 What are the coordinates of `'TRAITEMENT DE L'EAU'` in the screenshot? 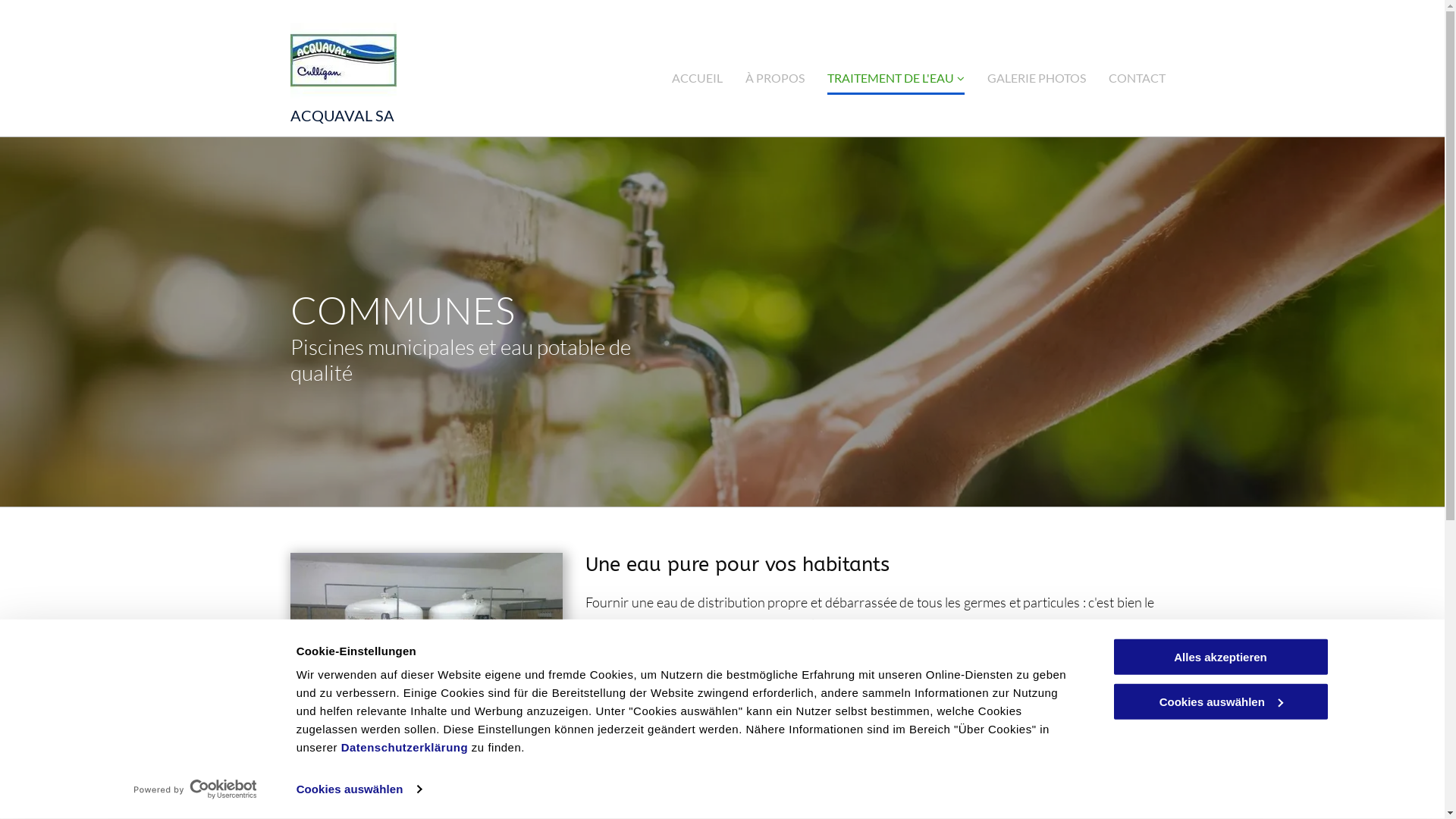 It's located at (826, 77).